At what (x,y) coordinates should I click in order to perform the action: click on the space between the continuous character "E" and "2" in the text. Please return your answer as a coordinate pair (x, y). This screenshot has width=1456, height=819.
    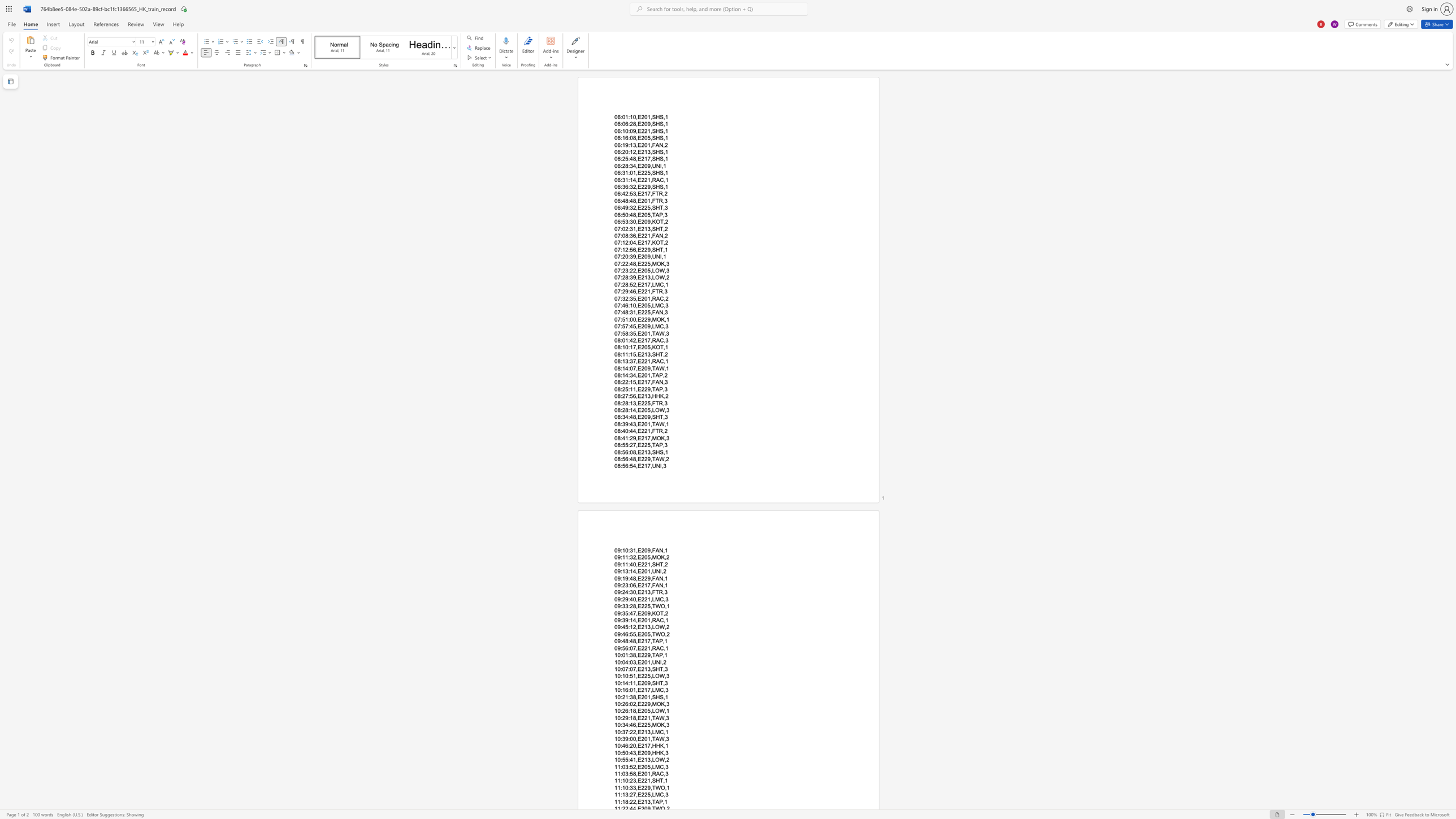
    Looking at the image, I should click on (640, 339).